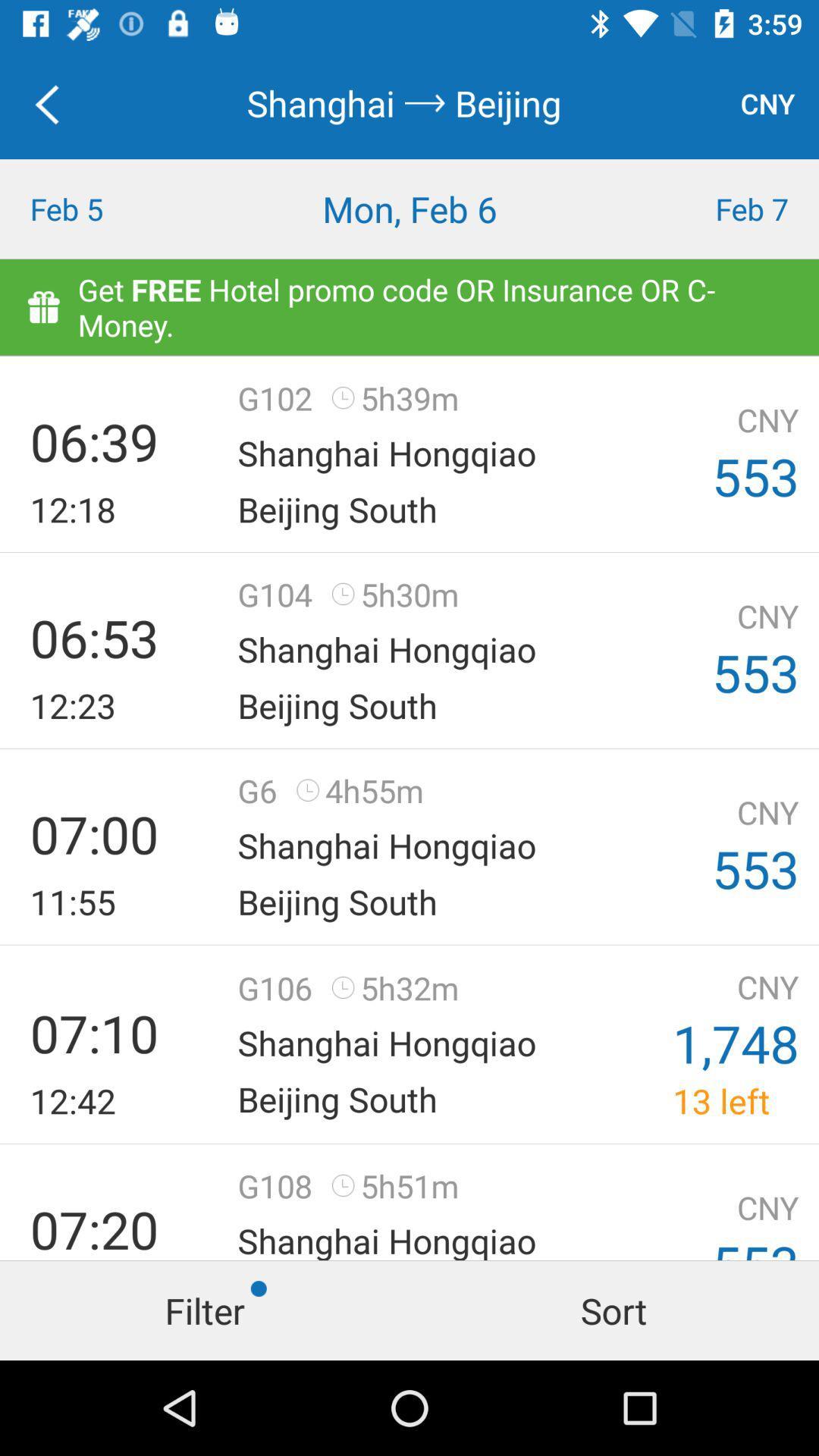 Image resolution: width=819 pixels, height=1456 pixels. What do you see at coordinates (409, 208) in the screenshot?
I see `the item next to feb 5` at bounding box center [409, 208].